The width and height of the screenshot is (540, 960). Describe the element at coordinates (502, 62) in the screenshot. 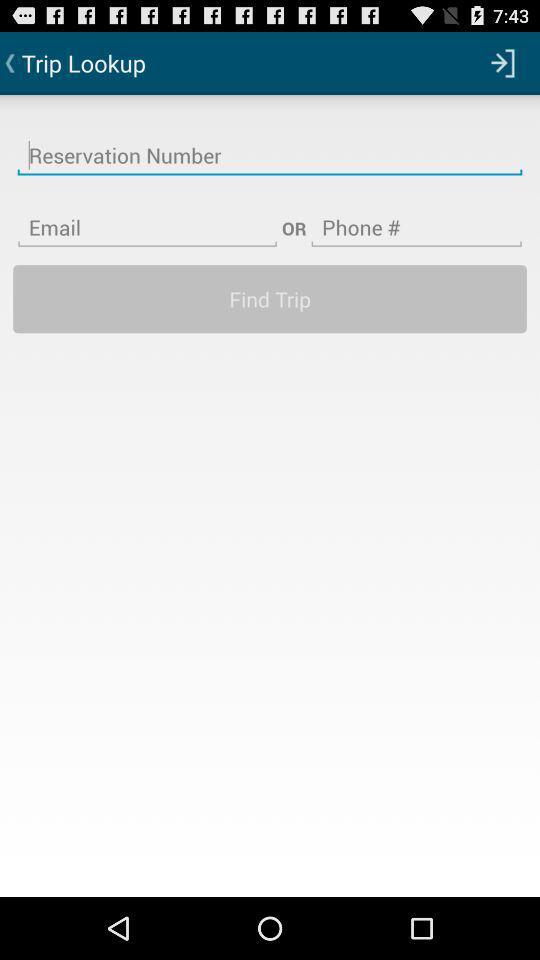

I see `the app next to trip lookup app` at that location.